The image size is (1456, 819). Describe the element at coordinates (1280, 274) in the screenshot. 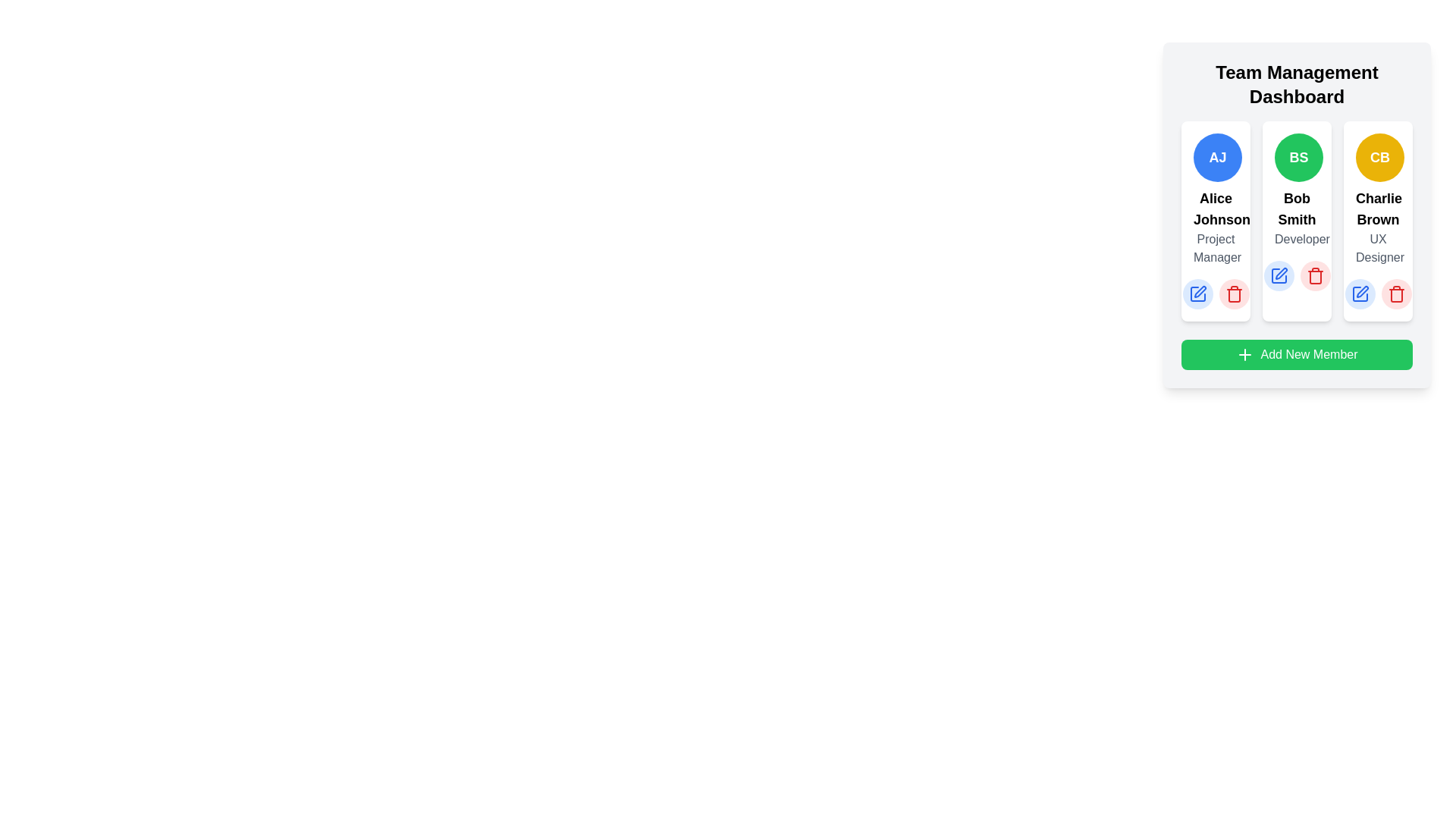

I see `the blue pen icon indicating edit functionality located in the second card of the 'Team Management Dashboard' under the profile for 'Bob Smith'` at that location.